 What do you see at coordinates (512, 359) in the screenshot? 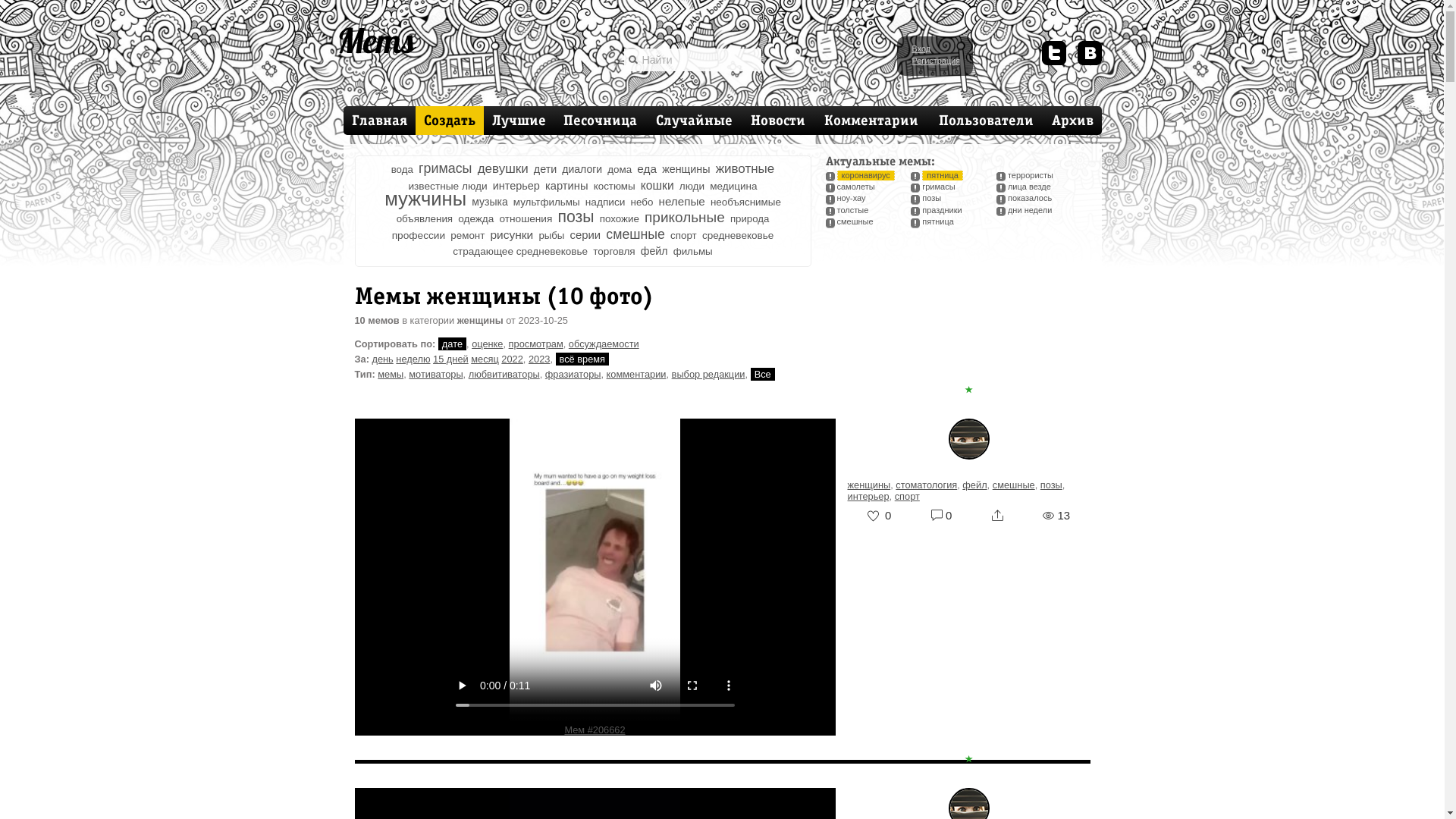
I see `'2022'` at bounding box center [512, 359].